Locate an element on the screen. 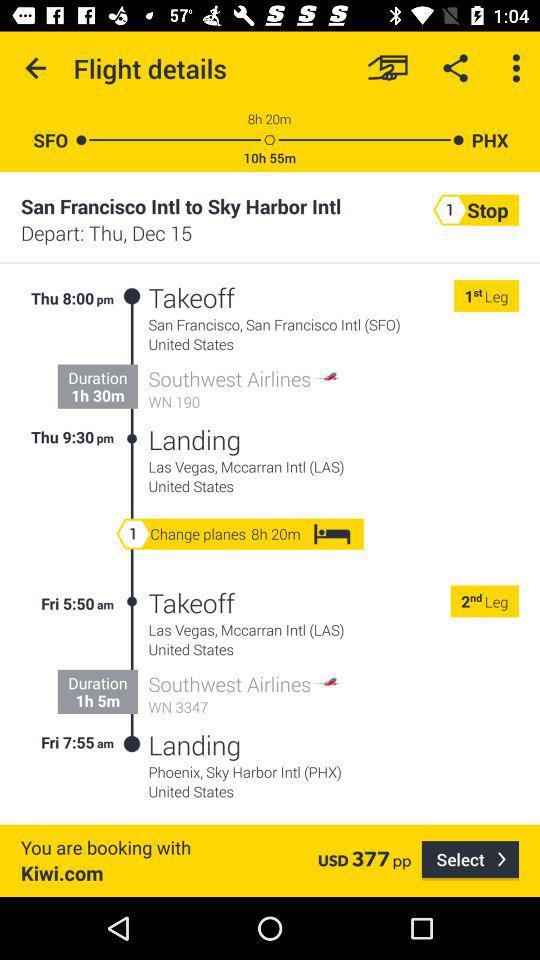 This screenshot has width=540, height=960. the icon to the left of the takeoff is located at coordinates (132, 673).